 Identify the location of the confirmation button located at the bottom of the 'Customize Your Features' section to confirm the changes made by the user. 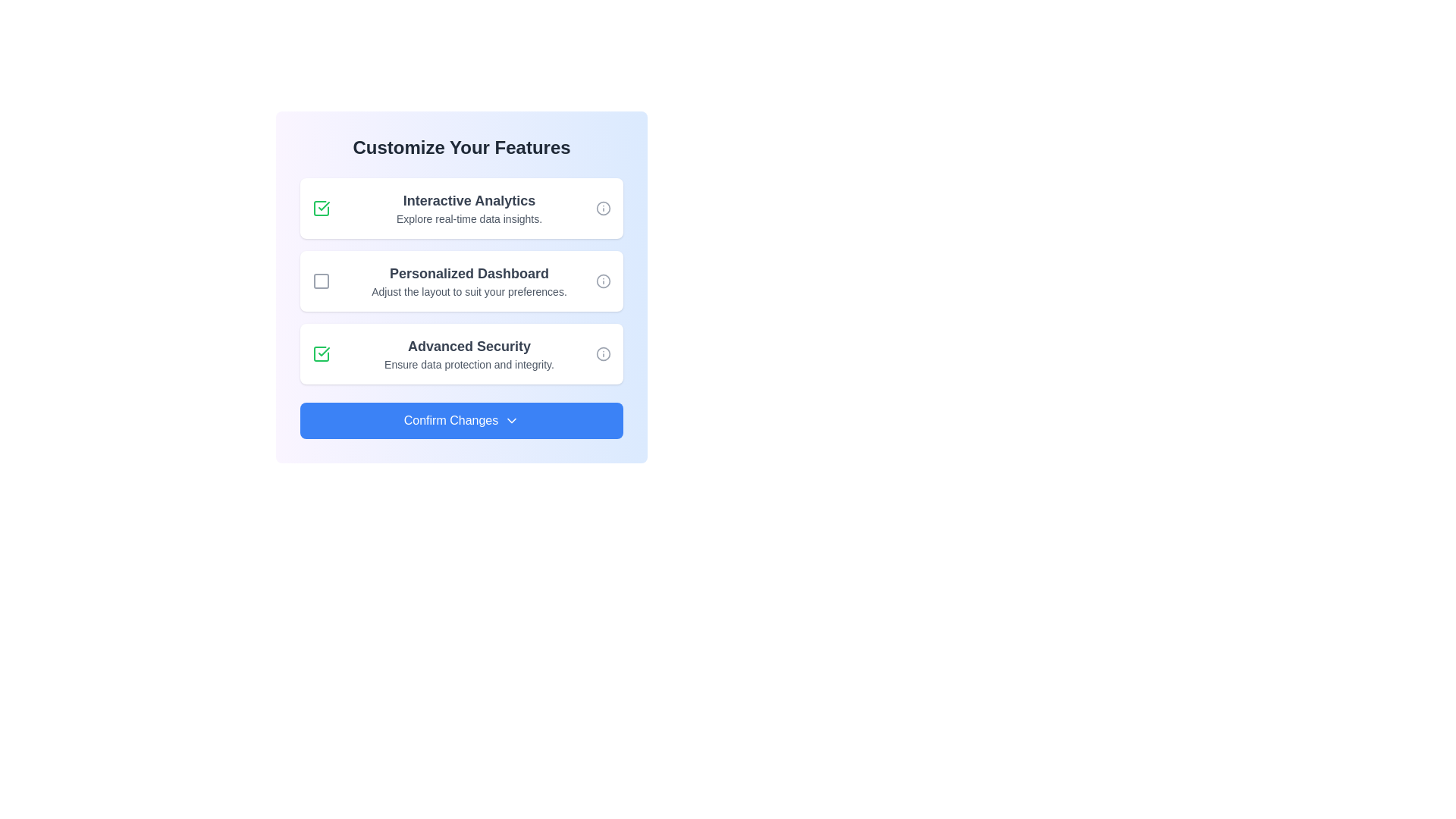
(461, 421).